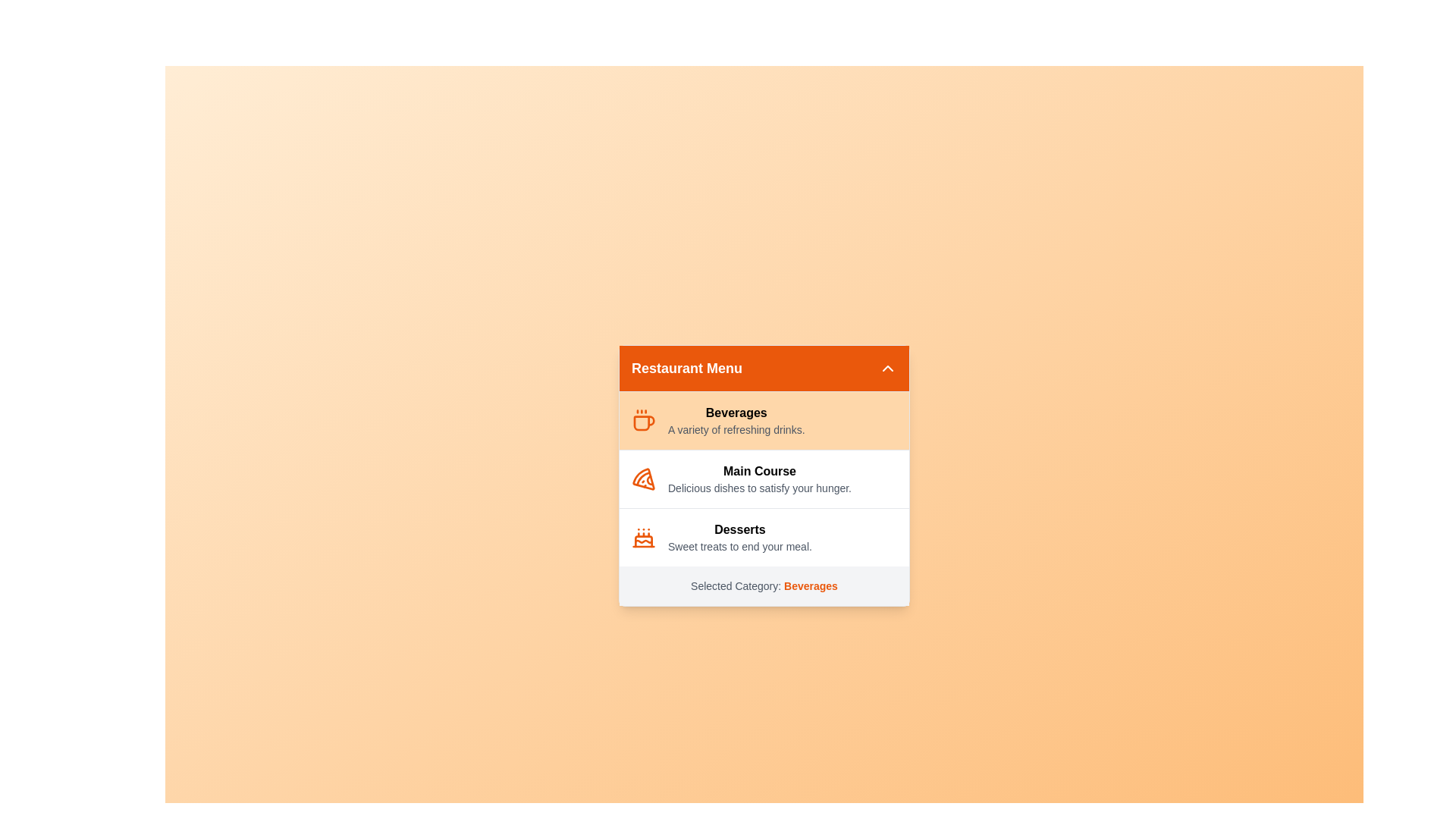 This screenshot has width=1456, height=819. What do you see at coordinates (764, 420) in the screenshot?
I see `the category Beverages from the list` at bounding box center [764, 420].